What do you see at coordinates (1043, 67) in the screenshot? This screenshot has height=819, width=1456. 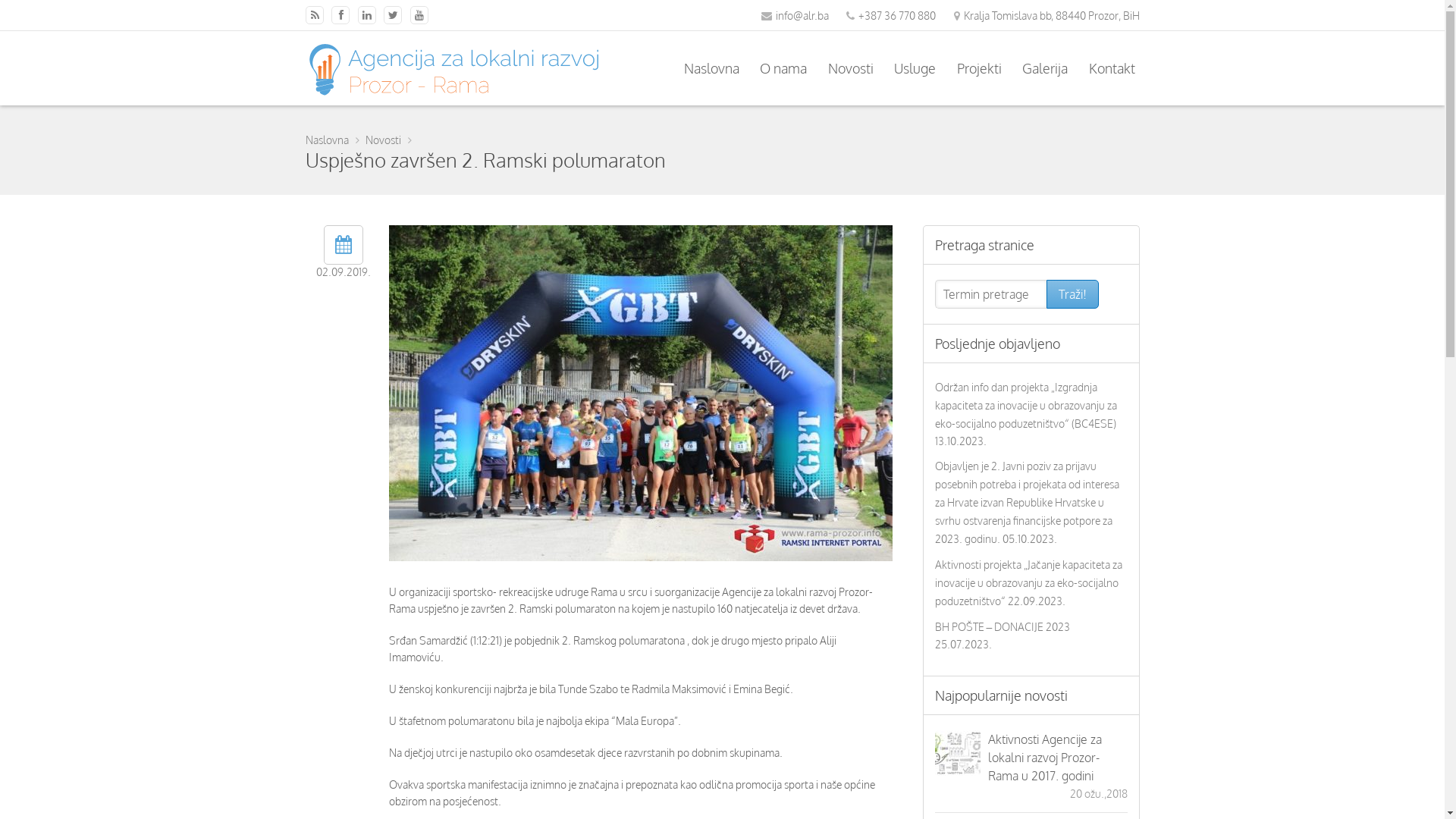 I see `'Galerija'` at bounding box center [1043, 67].